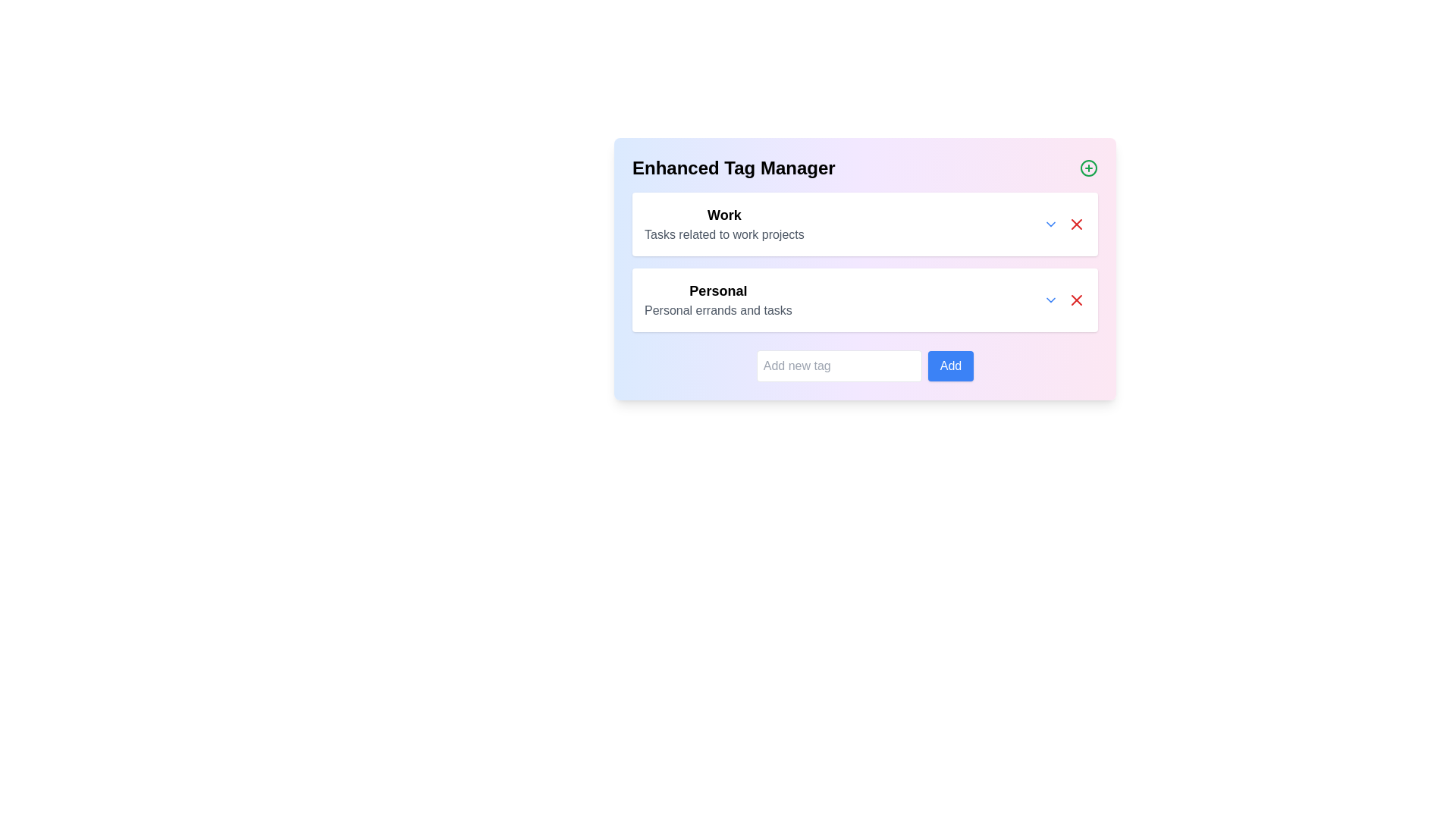  What do you see at coordinates (733, 168) in the screenshot?
I see `the text label containing the phrase 'Enhanced Tag Manager'` at bounding box center [733, 168].